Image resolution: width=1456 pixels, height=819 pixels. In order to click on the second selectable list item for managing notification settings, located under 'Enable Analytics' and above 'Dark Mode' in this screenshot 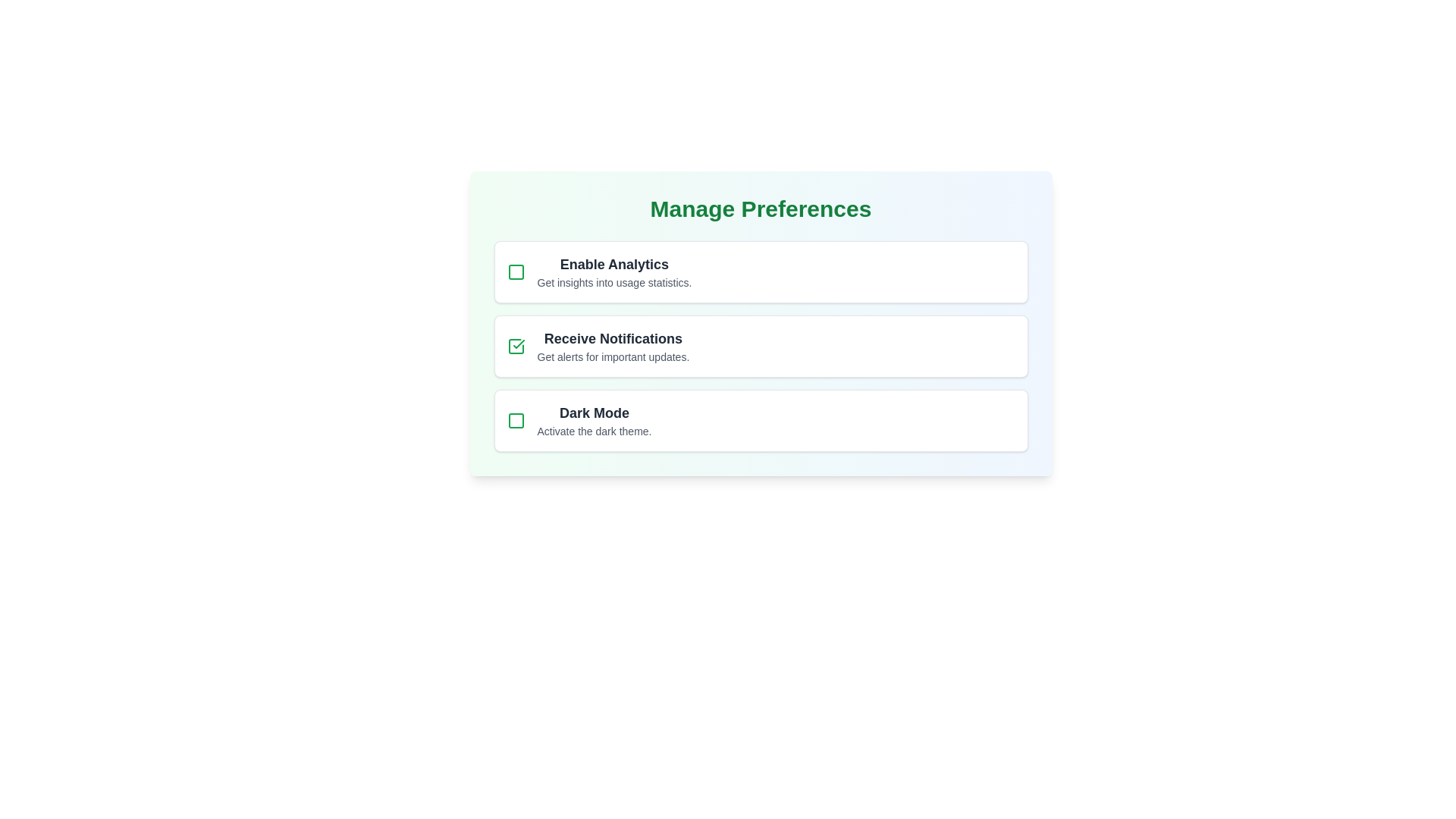, I will do `click(761, 346)`.